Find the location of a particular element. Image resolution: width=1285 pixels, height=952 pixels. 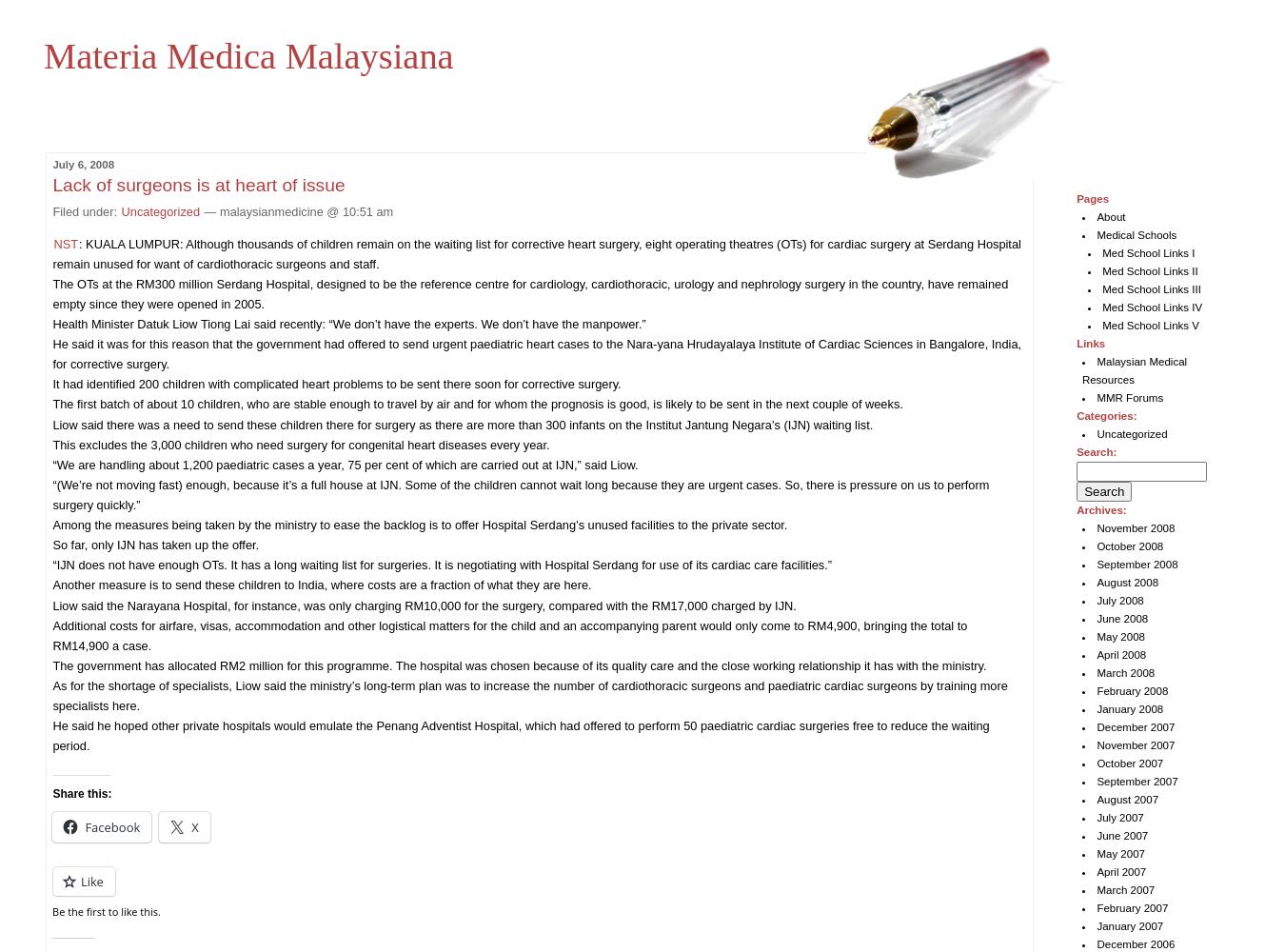

'November 2008' is located at coordinates (1134, 528).